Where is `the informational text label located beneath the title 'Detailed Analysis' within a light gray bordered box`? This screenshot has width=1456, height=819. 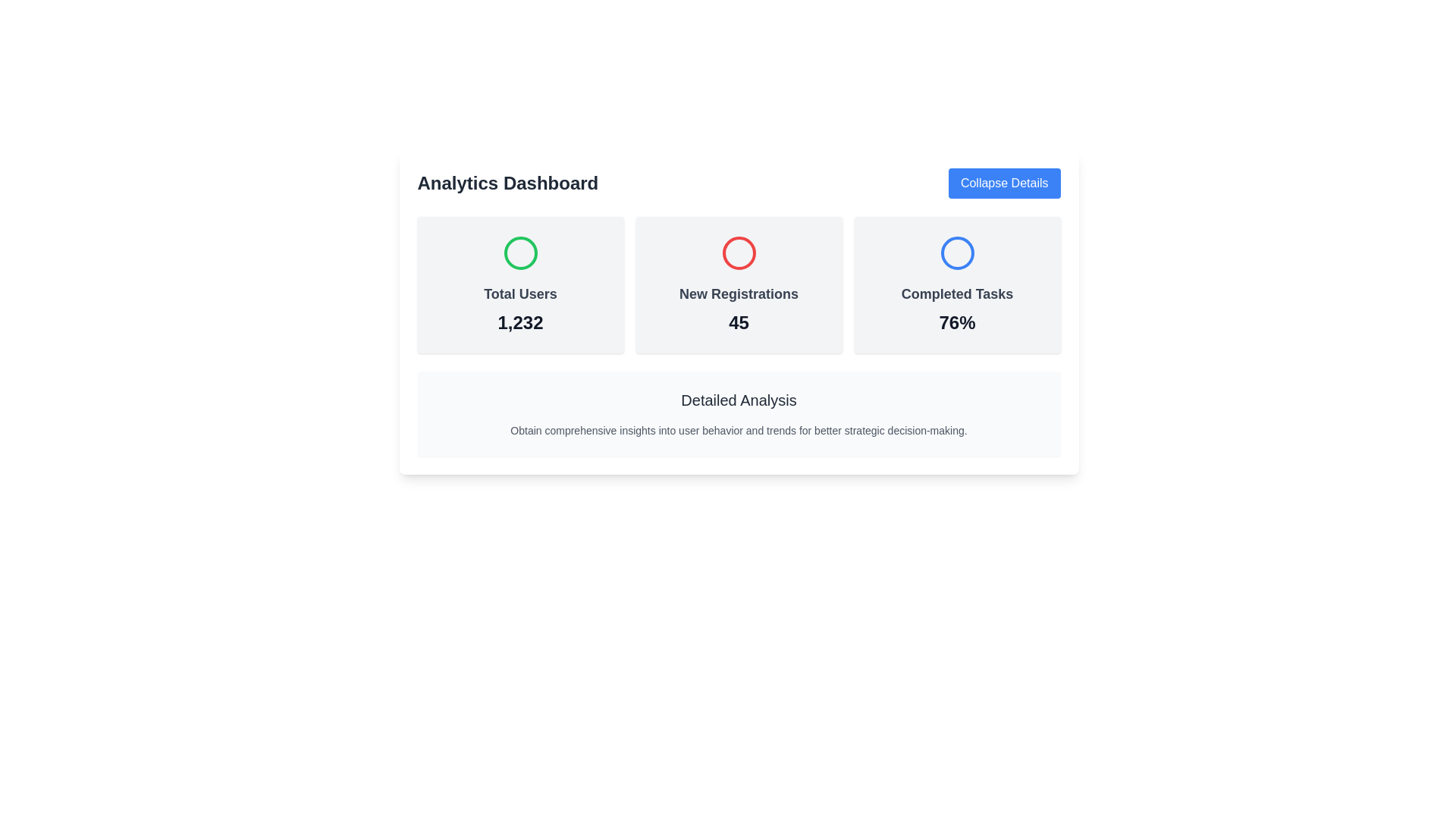 the informational text label located beneath the title 'Detailed Analysis' within a light gray bordered box is located at coordinates (739, 430).